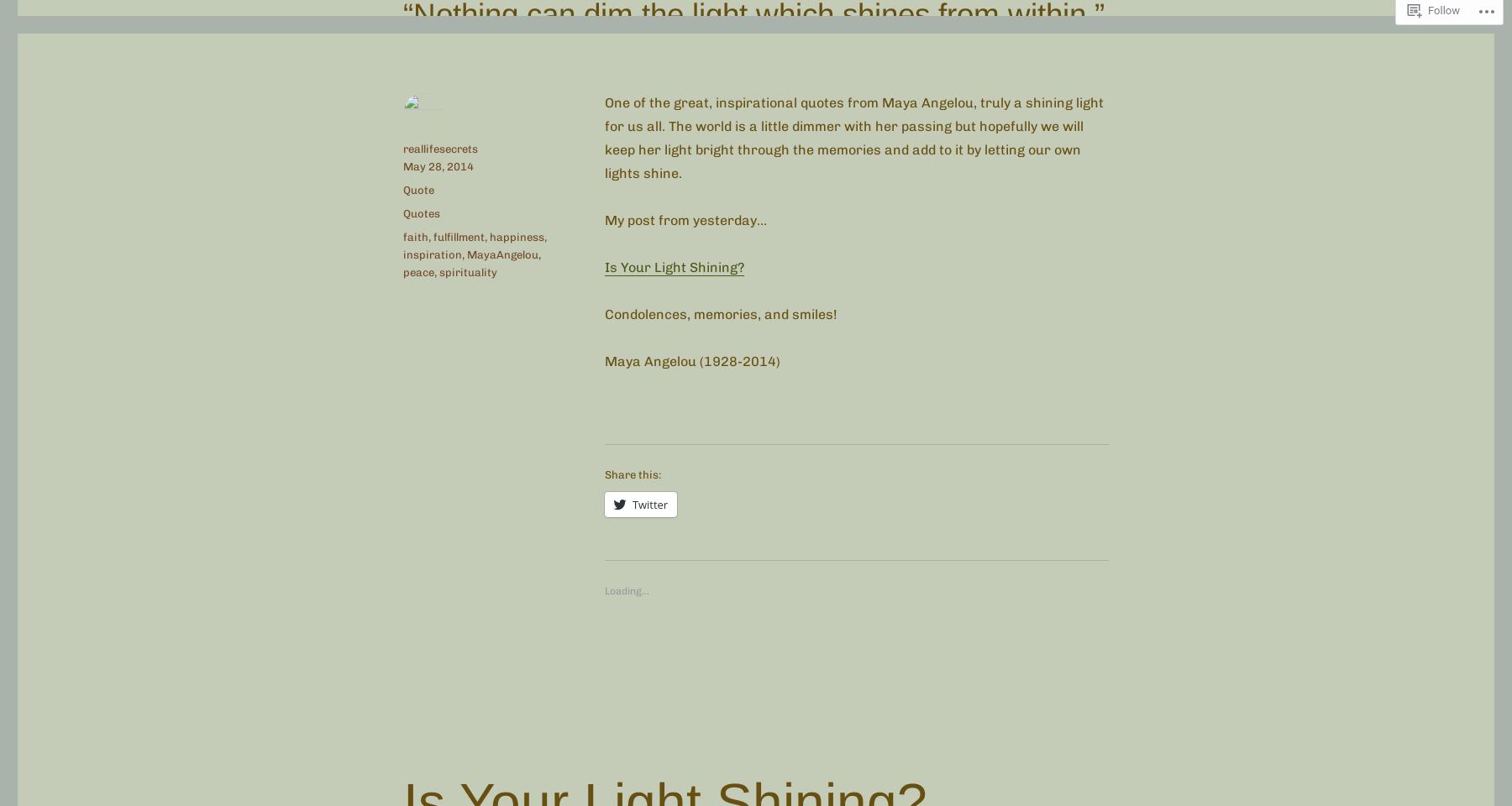 This screenshot has height=806, width=1512. Describe the element at coordinates (517, 235) in the screenshot. I see `'happiness'` at that location.